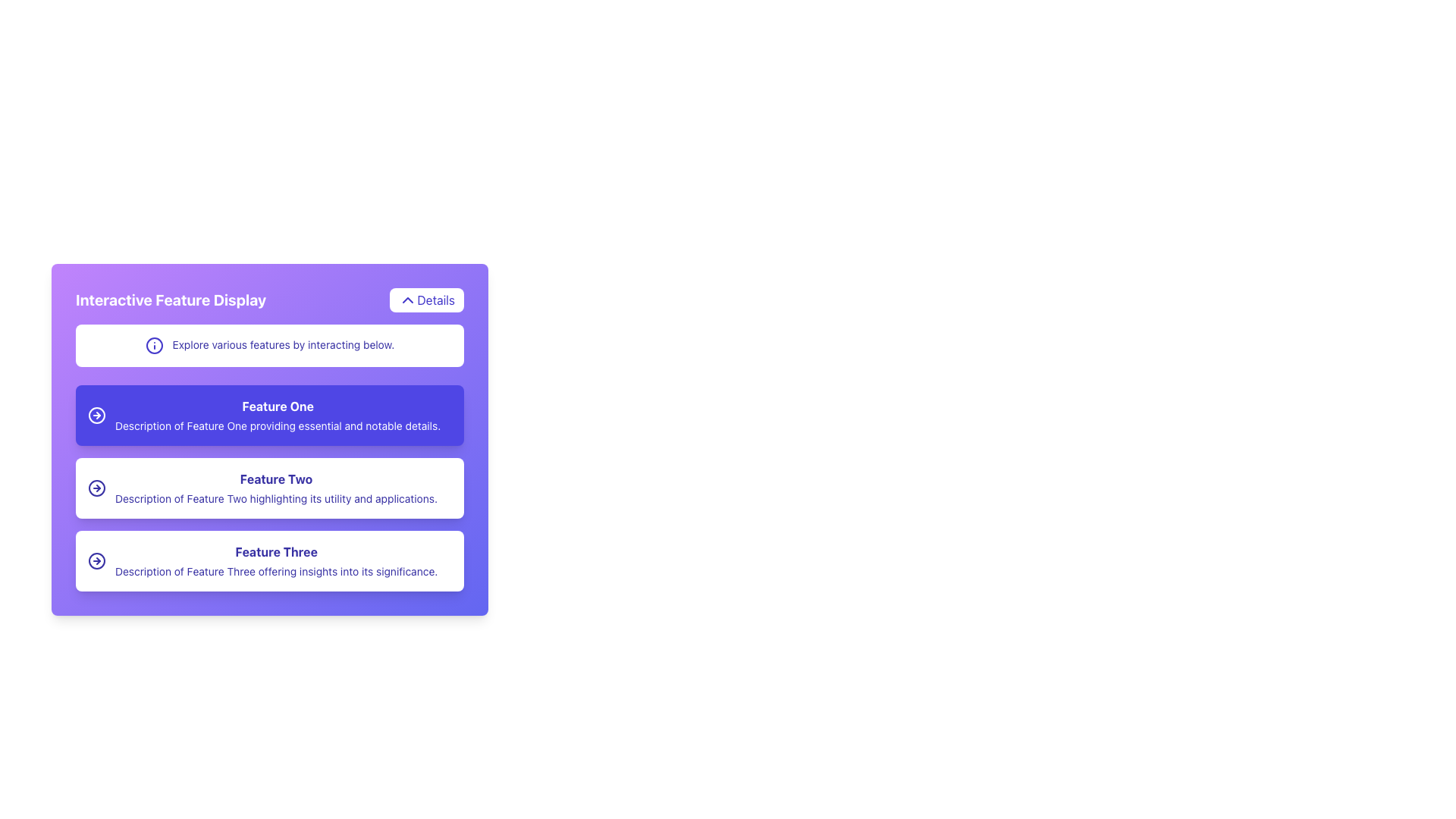 The width and height of the screenshot is (1456, 819). Describe the element at coordinates (269, 415) in the screenshot. I see `the Information Panel for 'Feature One', which is the second element in a vertical list of feature cards` at that location.